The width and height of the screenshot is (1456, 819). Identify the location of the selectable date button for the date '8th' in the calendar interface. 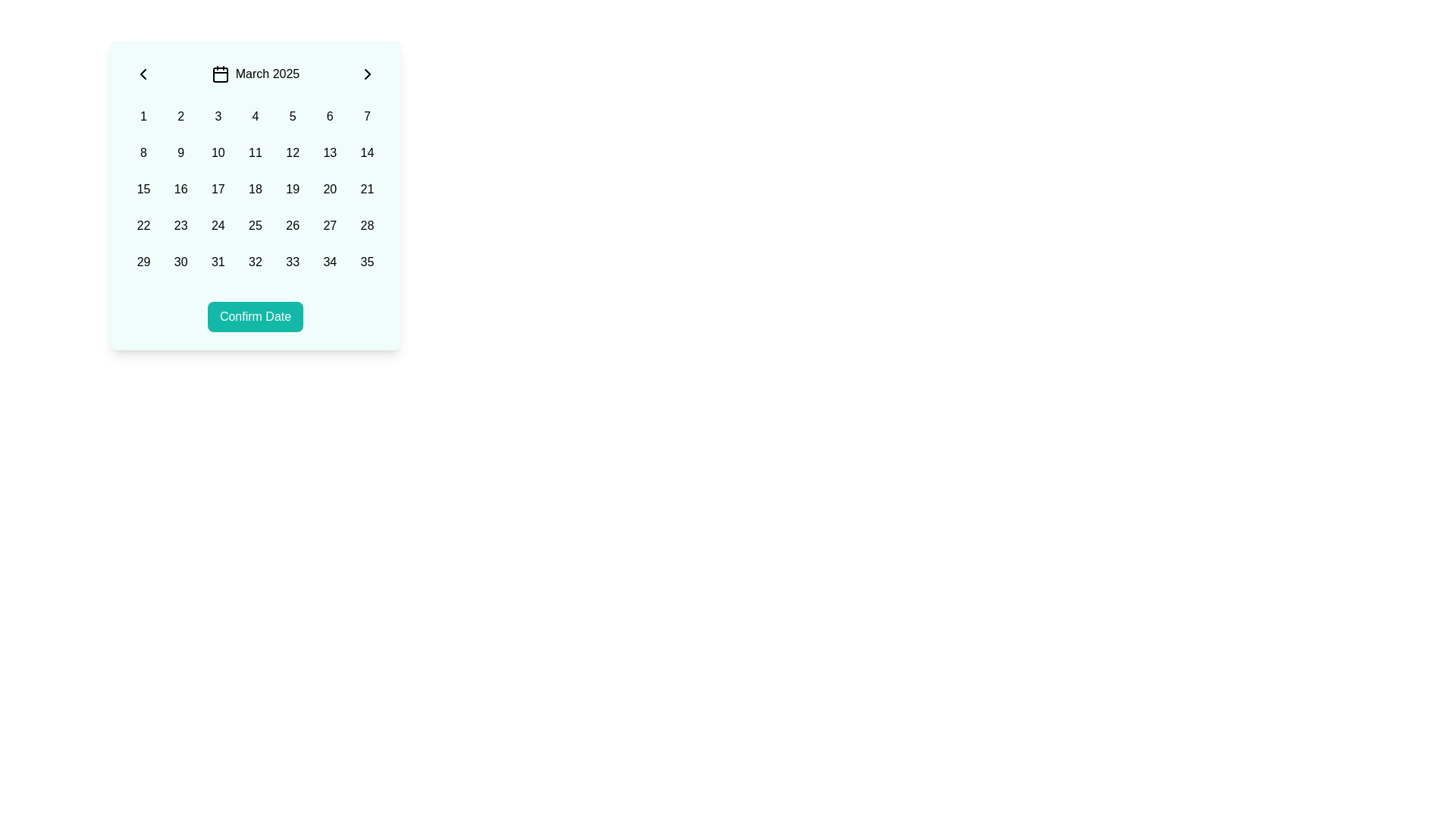
(143, 152).